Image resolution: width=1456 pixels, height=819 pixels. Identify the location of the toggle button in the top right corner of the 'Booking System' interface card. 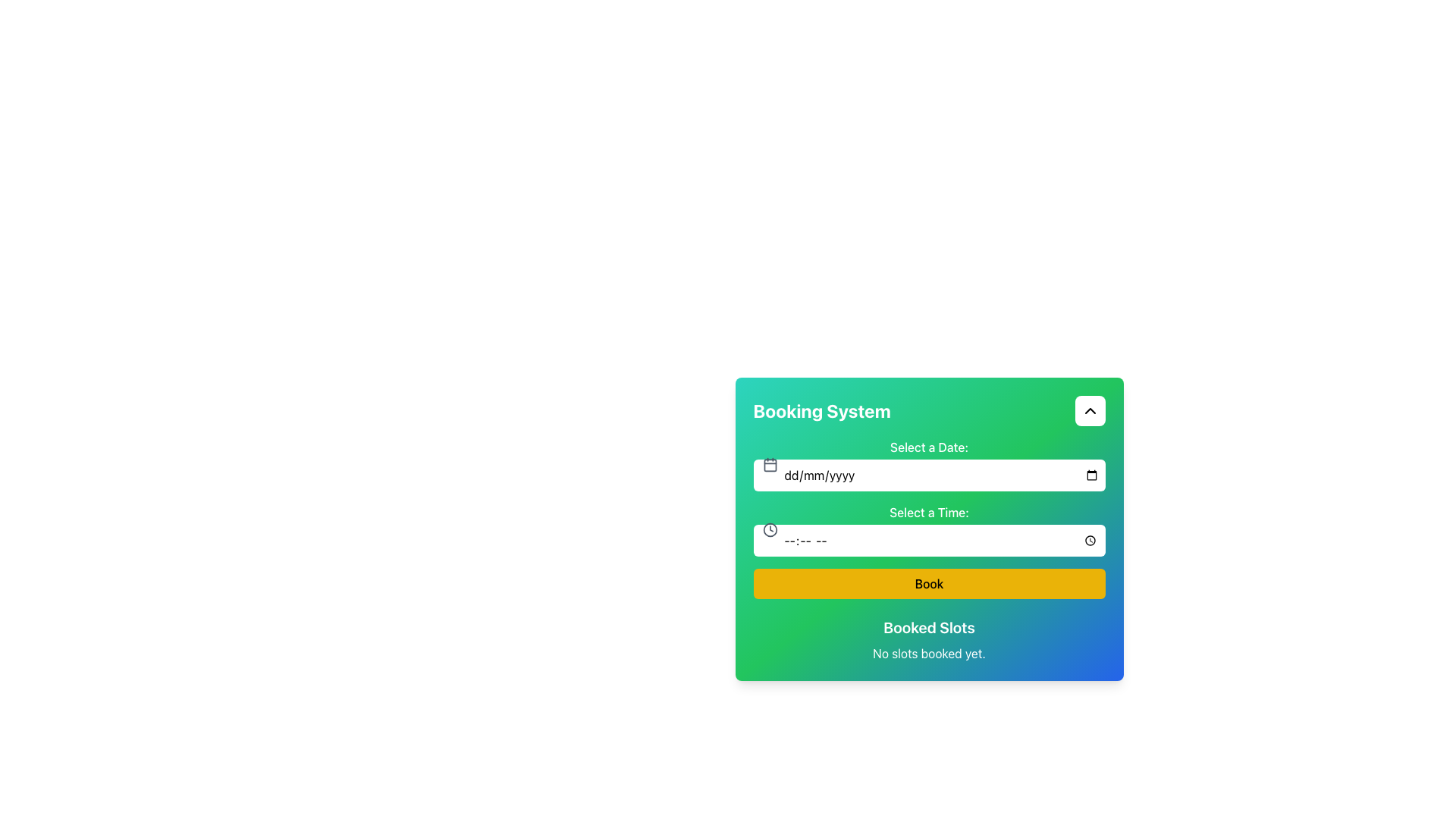
(1089, 411).